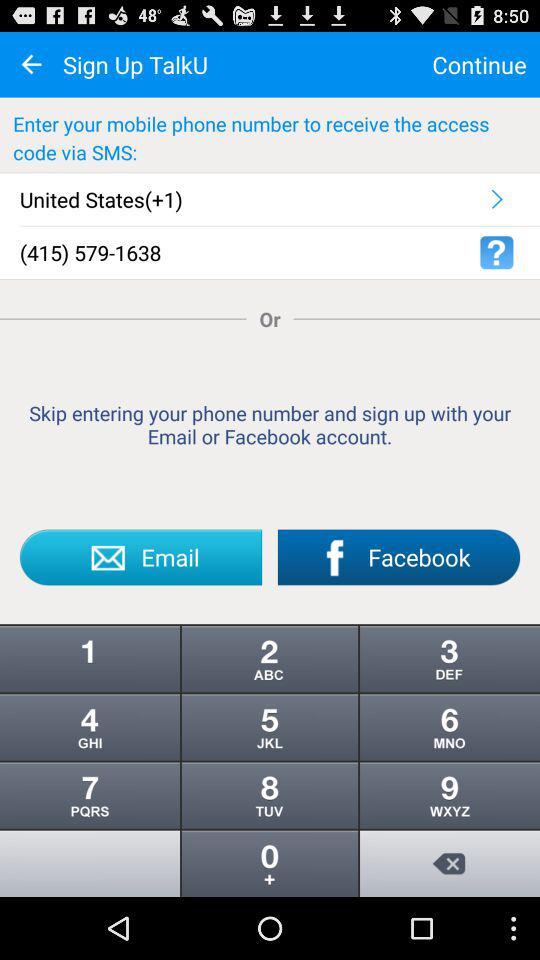 The width and height of the screenshot is (540, 960). Describe the element at coordinates (89, 705) in the screenshot. I see `the info icon` at that location.